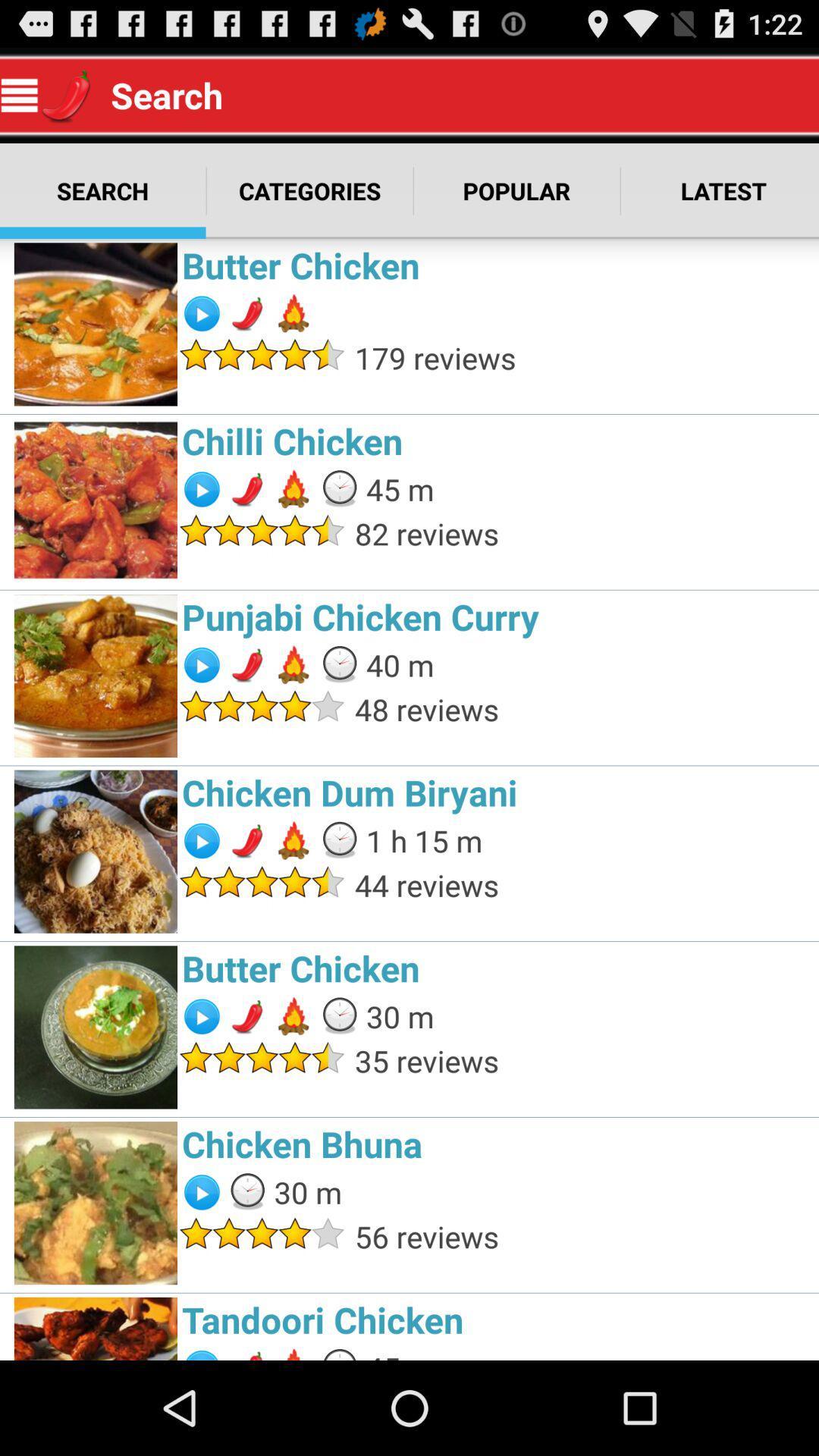 This screenshot has height=1456, width=819. What do you see at coordinates (582, 533) in the screenshot?
I see `the item above punjabi chicken curry item` at bounding box center [582, 533].